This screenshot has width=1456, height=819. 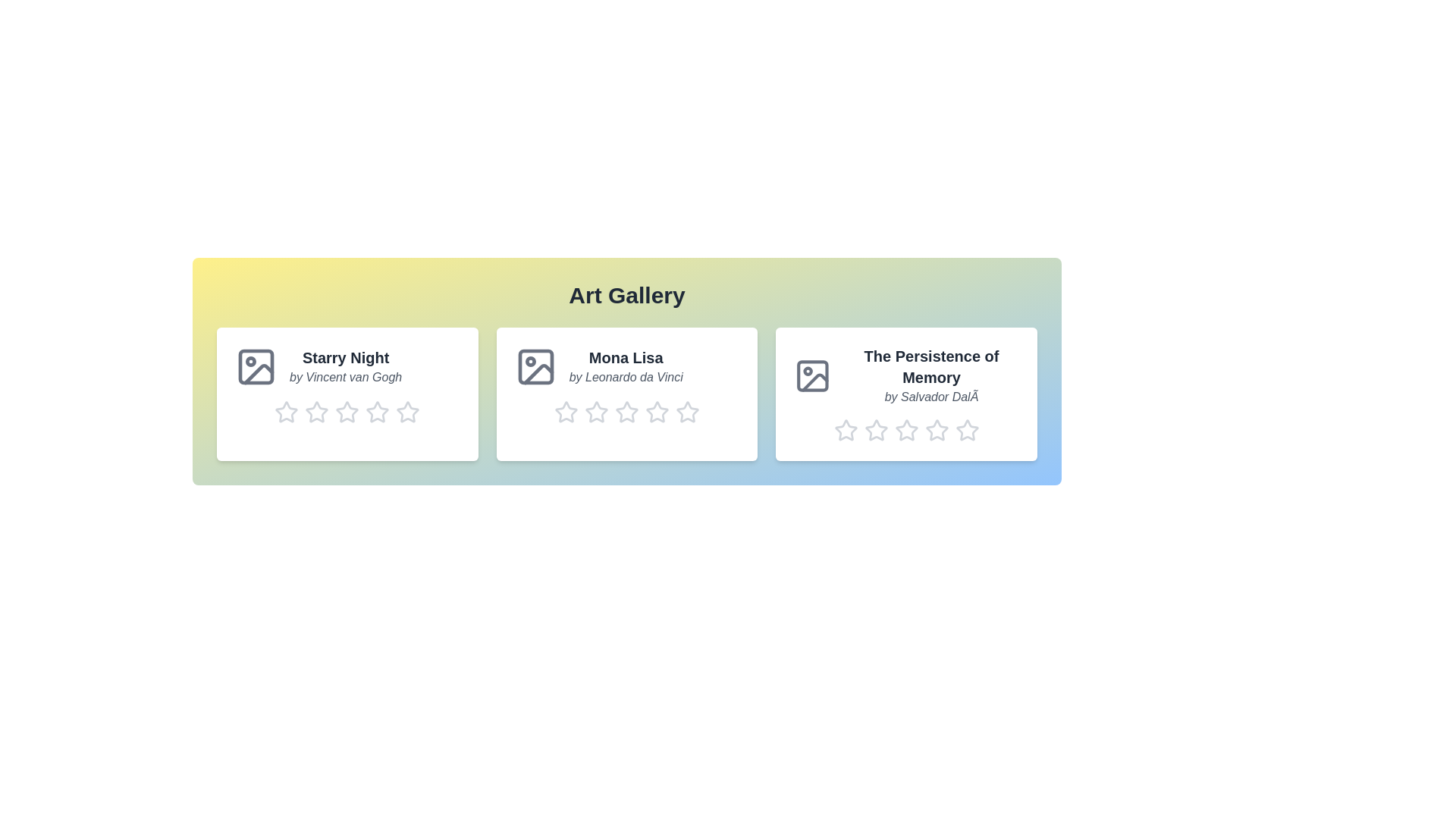 What do you see at coordinates (274, 412) in the screenshot?
I see `the rating of artwork 1 to 1 stars` at bounding box center [274, 412].